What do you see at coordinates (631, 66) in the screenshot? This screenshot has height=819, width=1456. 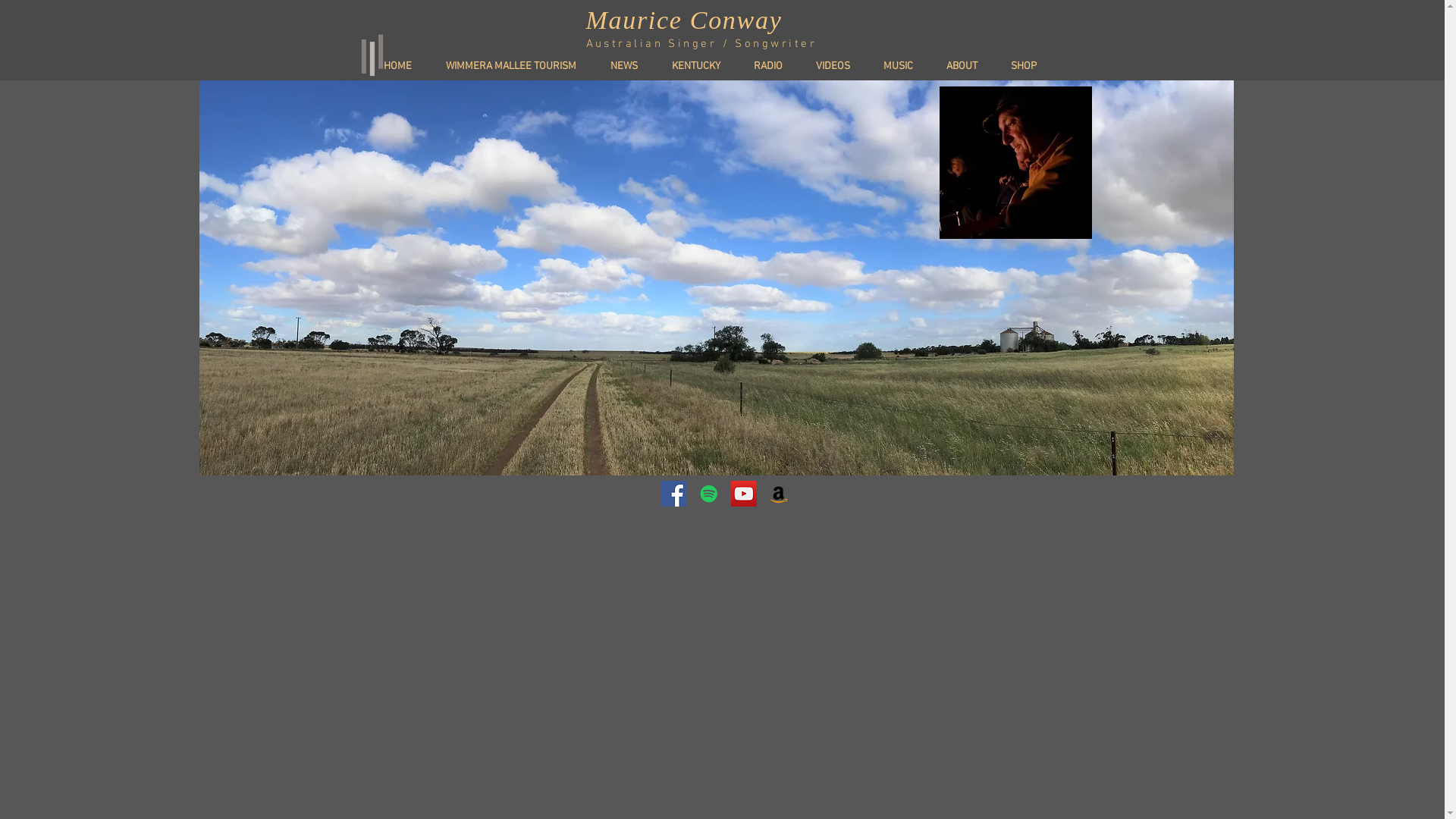 I see `'NEWS'` at bounding box center [631, 66].